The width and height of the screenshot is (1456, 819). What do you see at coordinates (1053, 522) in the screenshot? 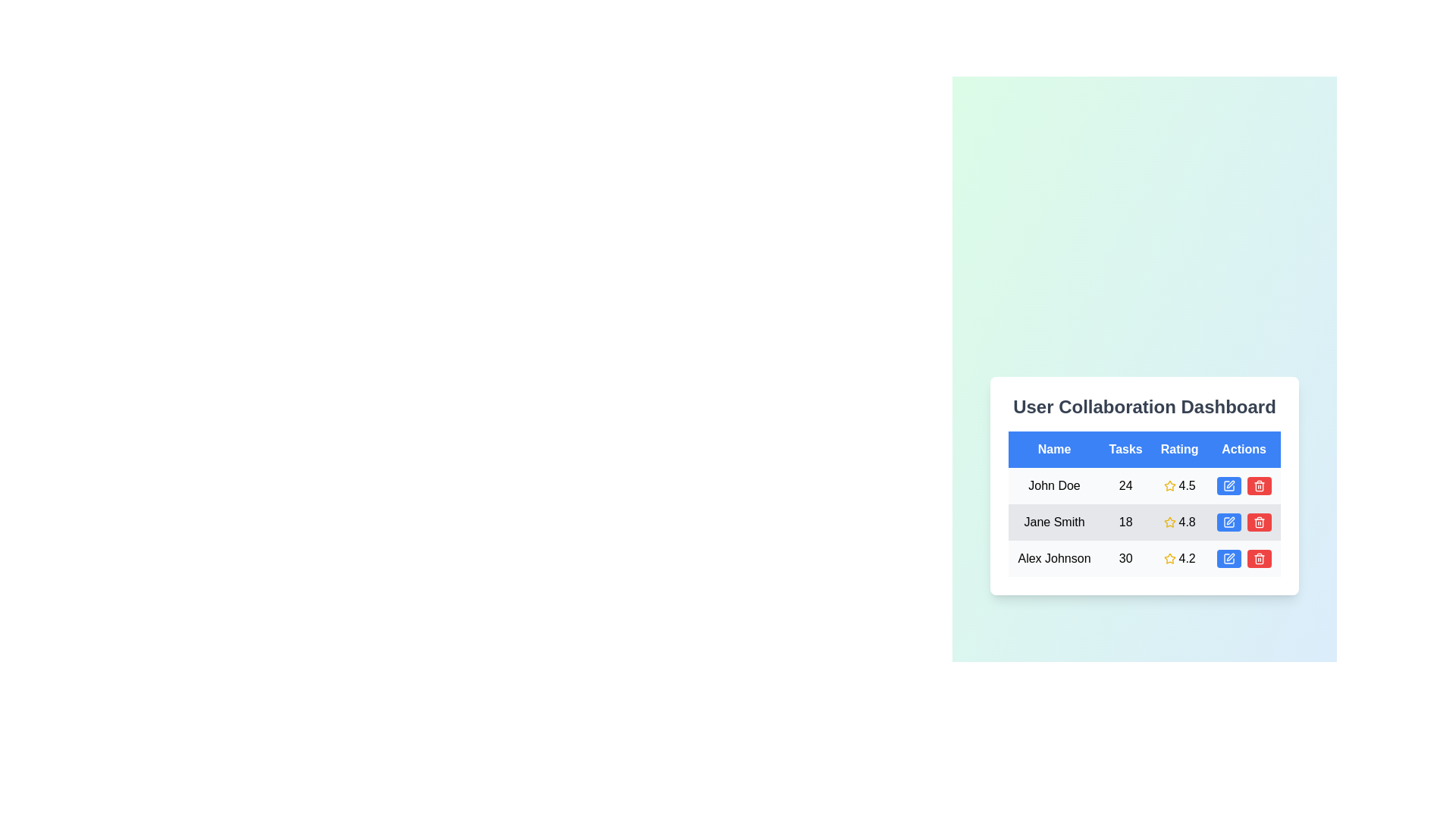
I see `the text displayed in the 'Name' column of the table, specifically in the second row, which identifies the user` at bounding box center [1053, 522].